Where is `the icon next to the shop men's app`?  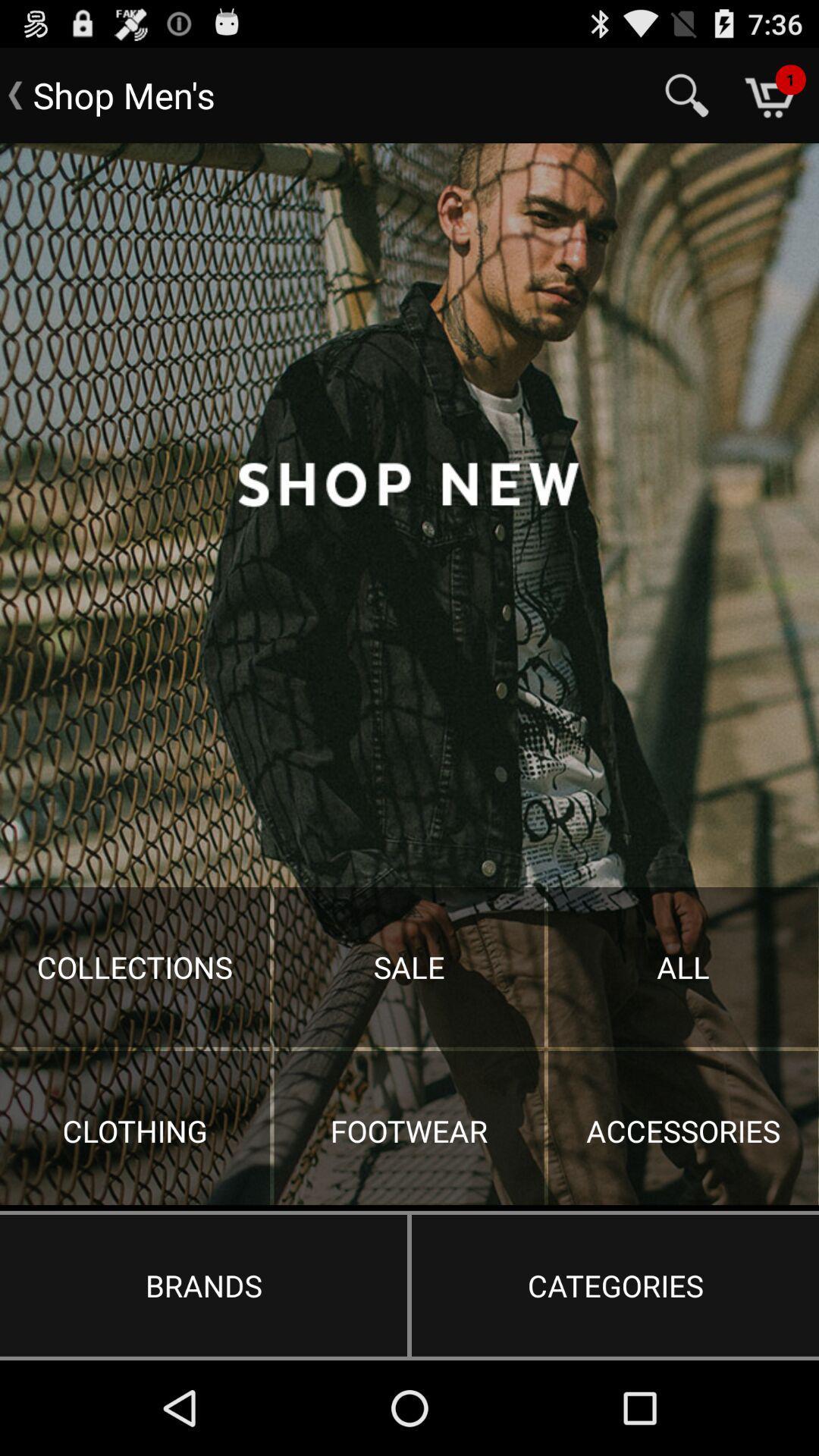
the icon next to the shop men's app is located at coordinates (687, 94).